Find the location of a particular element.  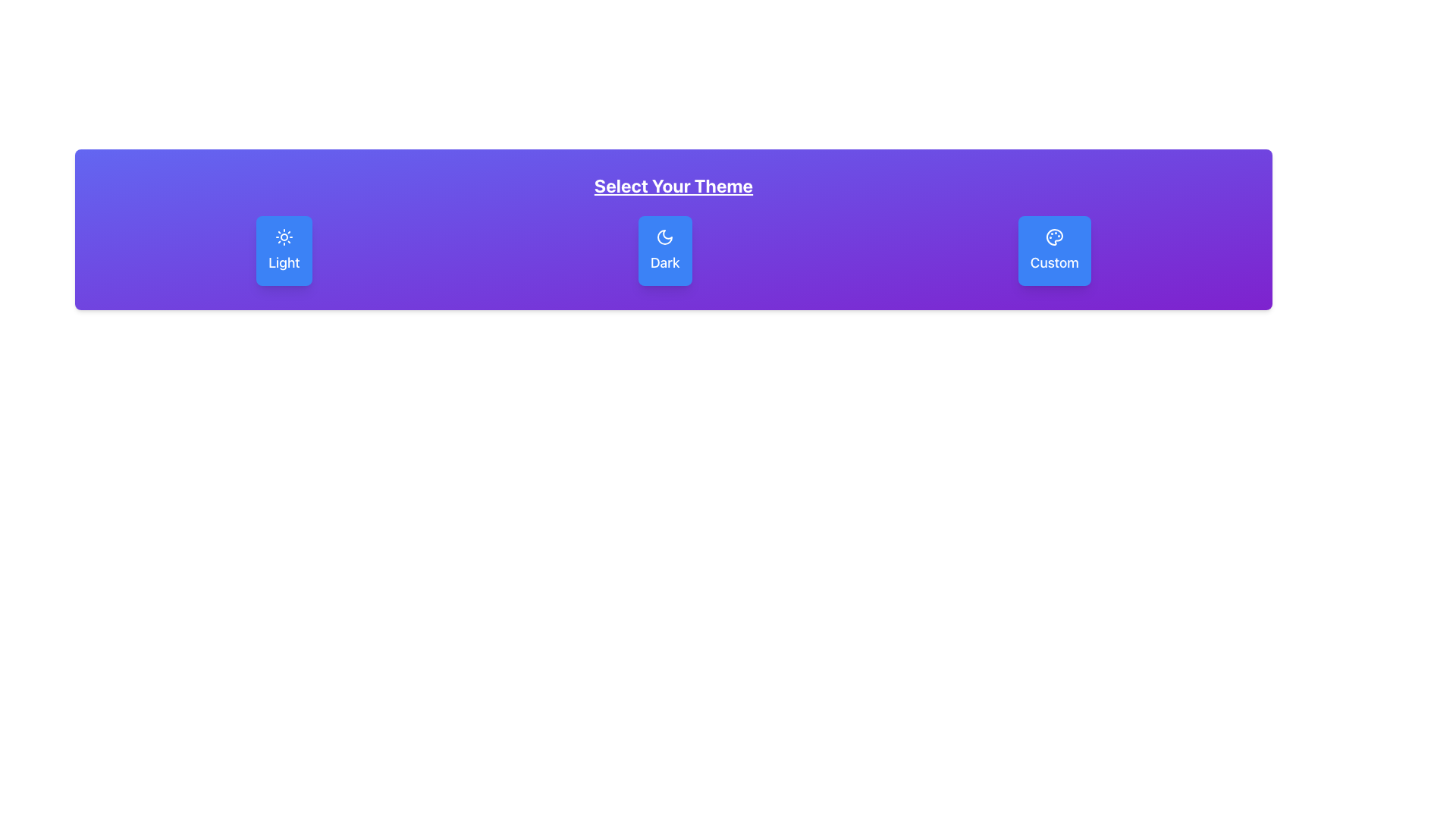

the 'Custom' button, which is a rectangular button with a light blue background and a painter's palette icon at the top center is located at coordinates (1053, 250).